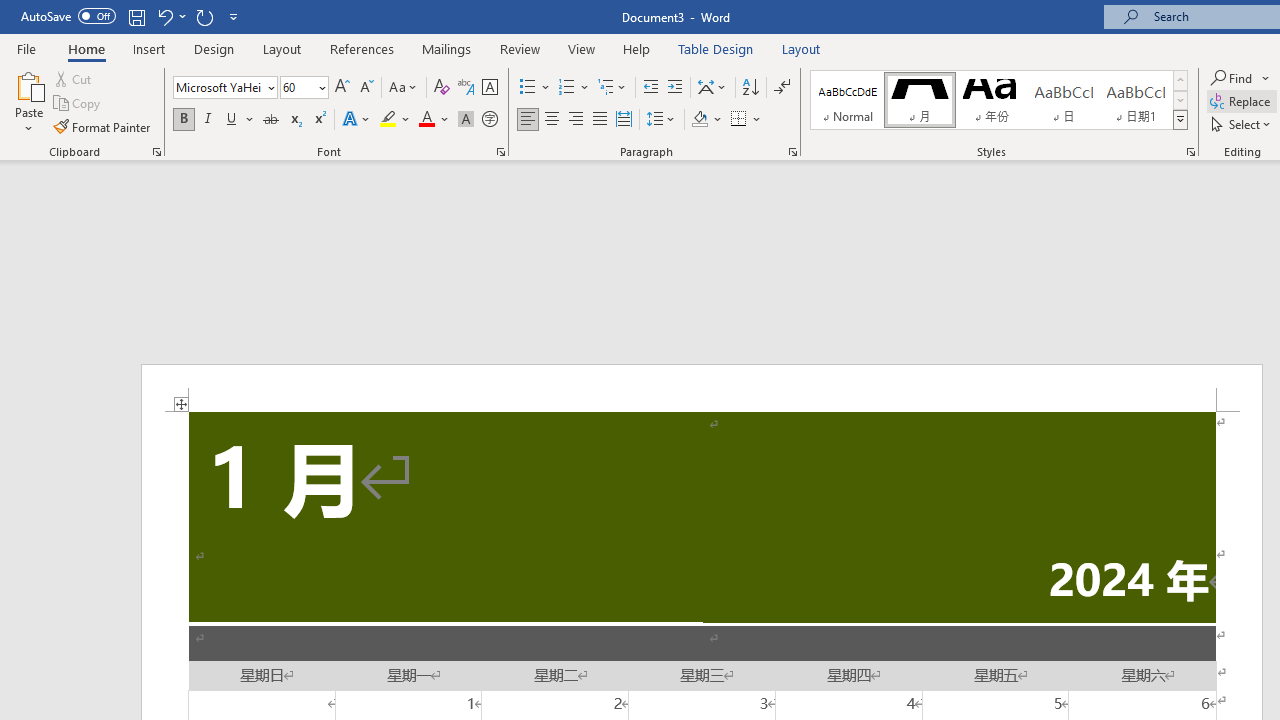 The height and width of the screenshot is (720, 1280). I want to click on 'Quick Access Toolbar', so click(130, 16).